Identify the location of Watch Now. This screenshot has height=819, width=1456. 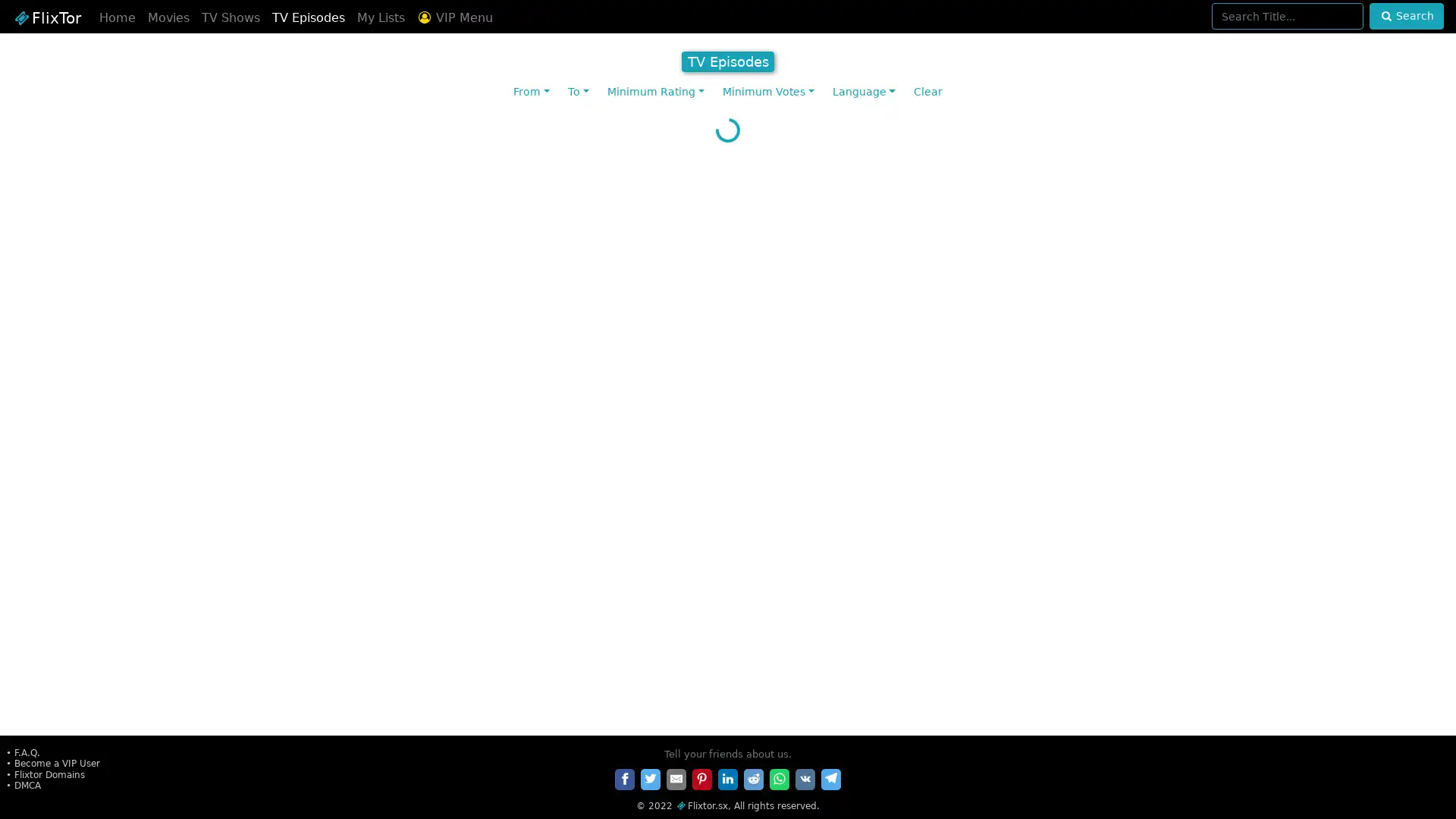
(294, 523).